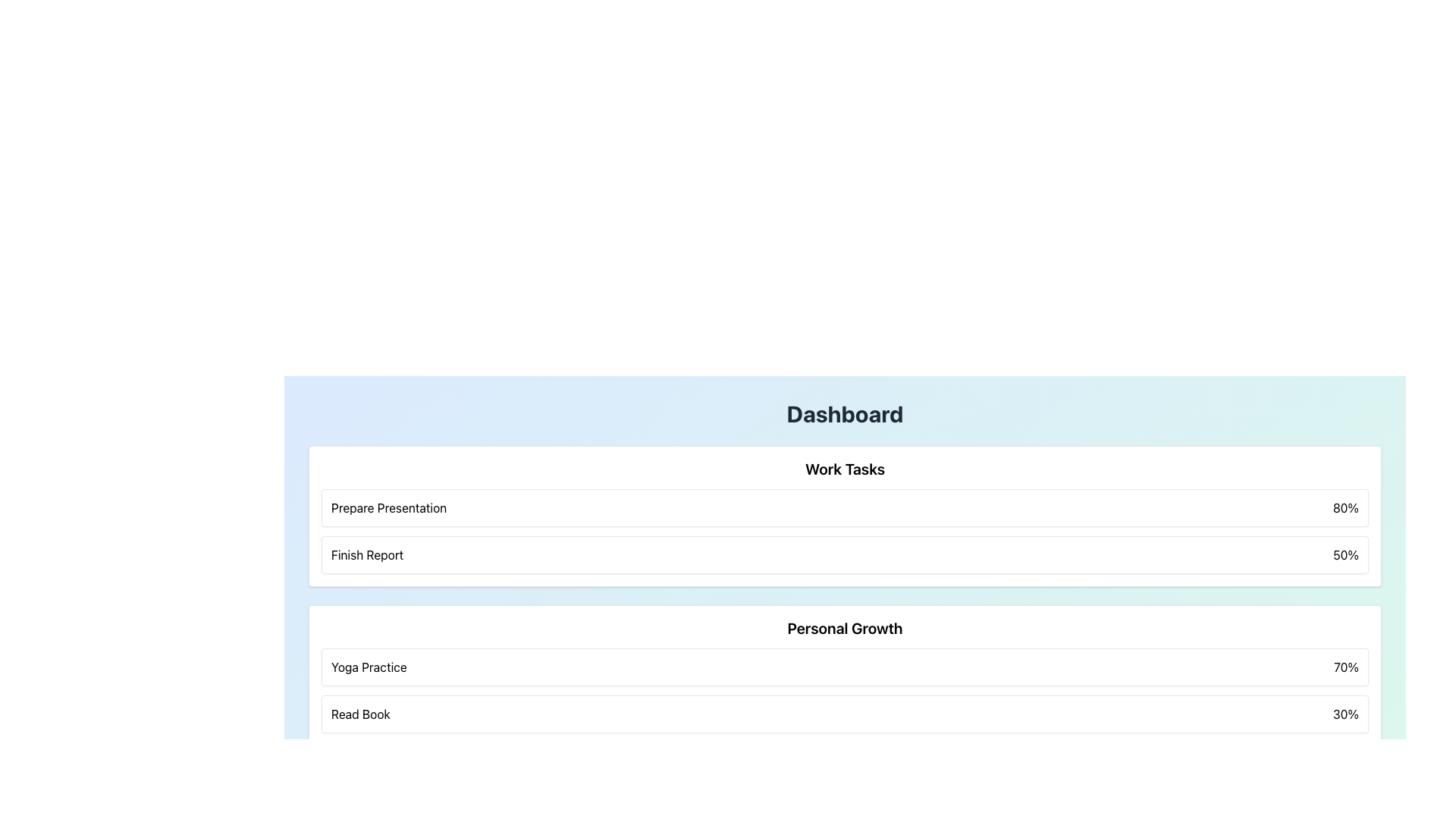 Image resolution: width=1456 pixels, height=819 pixels. Describe the element at coordinates (389, 508) in the screenshot. I see `the Text Label that serves as a title for the 'Prepare Presentation' task in the 'Work Tasks' section of the dashboard` at that location.